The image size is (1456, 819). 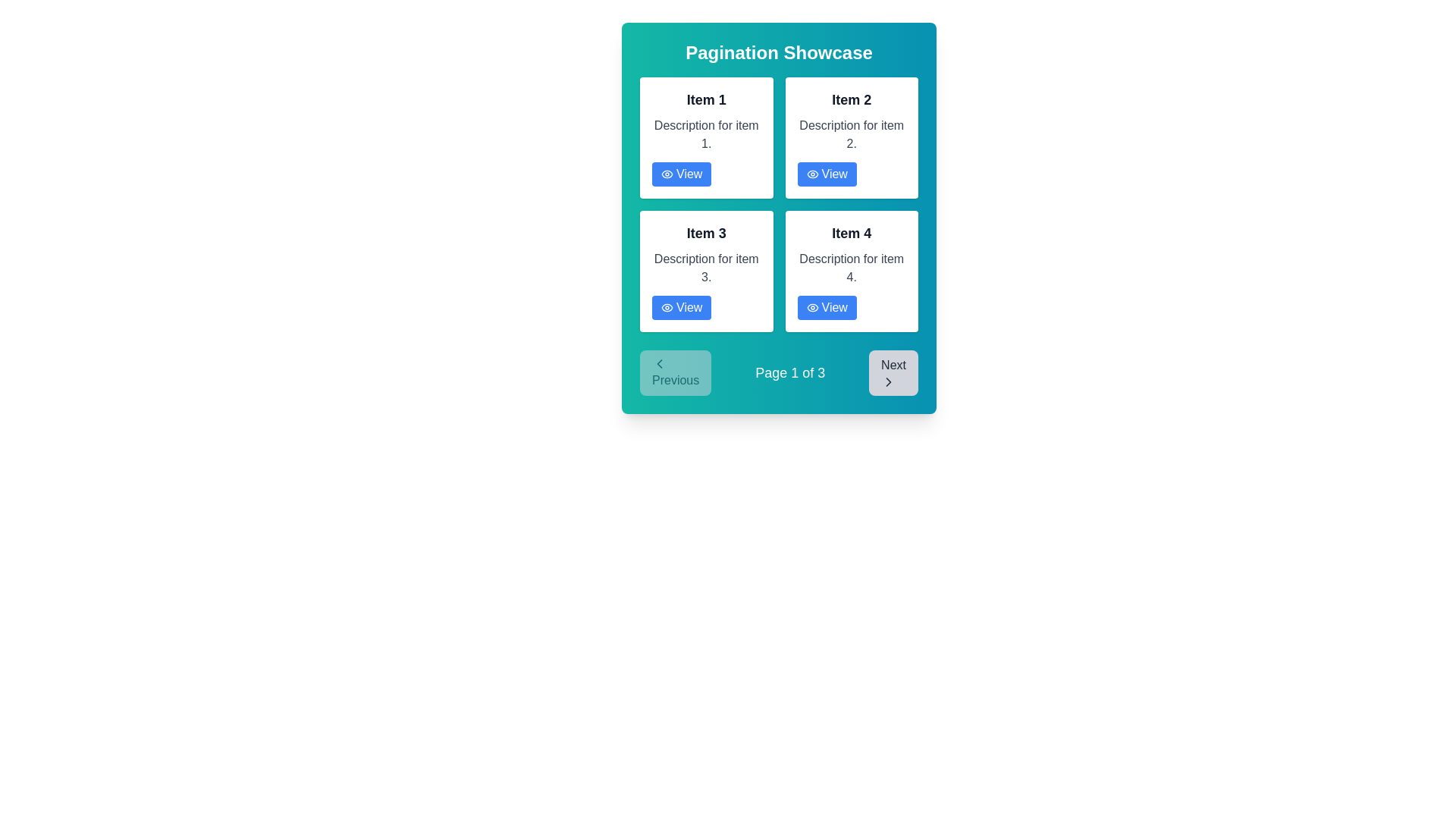 What do you see at coordinates (667, 307) in the screenshot?
I see `the eye-shaped icon within the 'View' button associated with 'Item 3' in the grid layout` at bounding box center [667, 307].